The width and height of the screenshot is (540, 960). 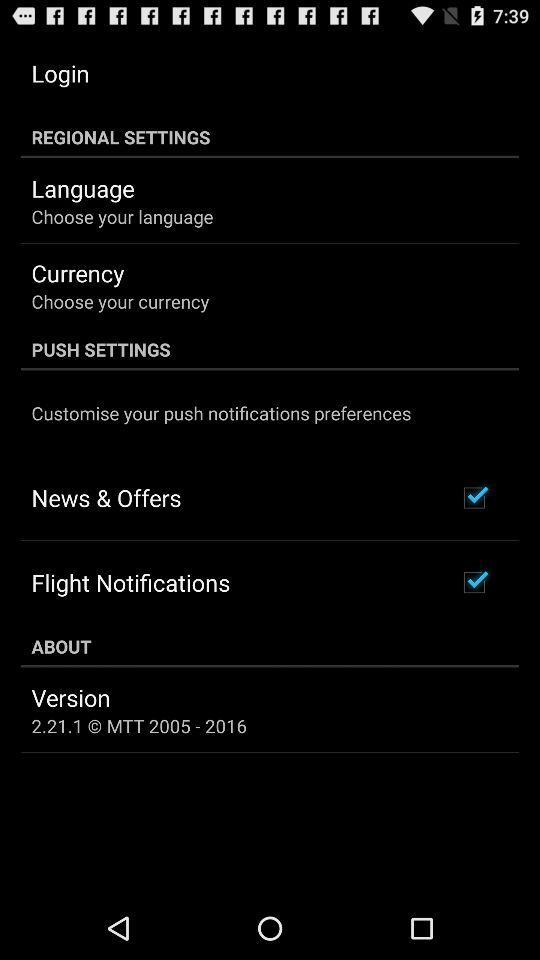 What do you see at coordinates (220, 412) in the screenshot?
I see `icon below push settings app` at bounding box center [220, 412].